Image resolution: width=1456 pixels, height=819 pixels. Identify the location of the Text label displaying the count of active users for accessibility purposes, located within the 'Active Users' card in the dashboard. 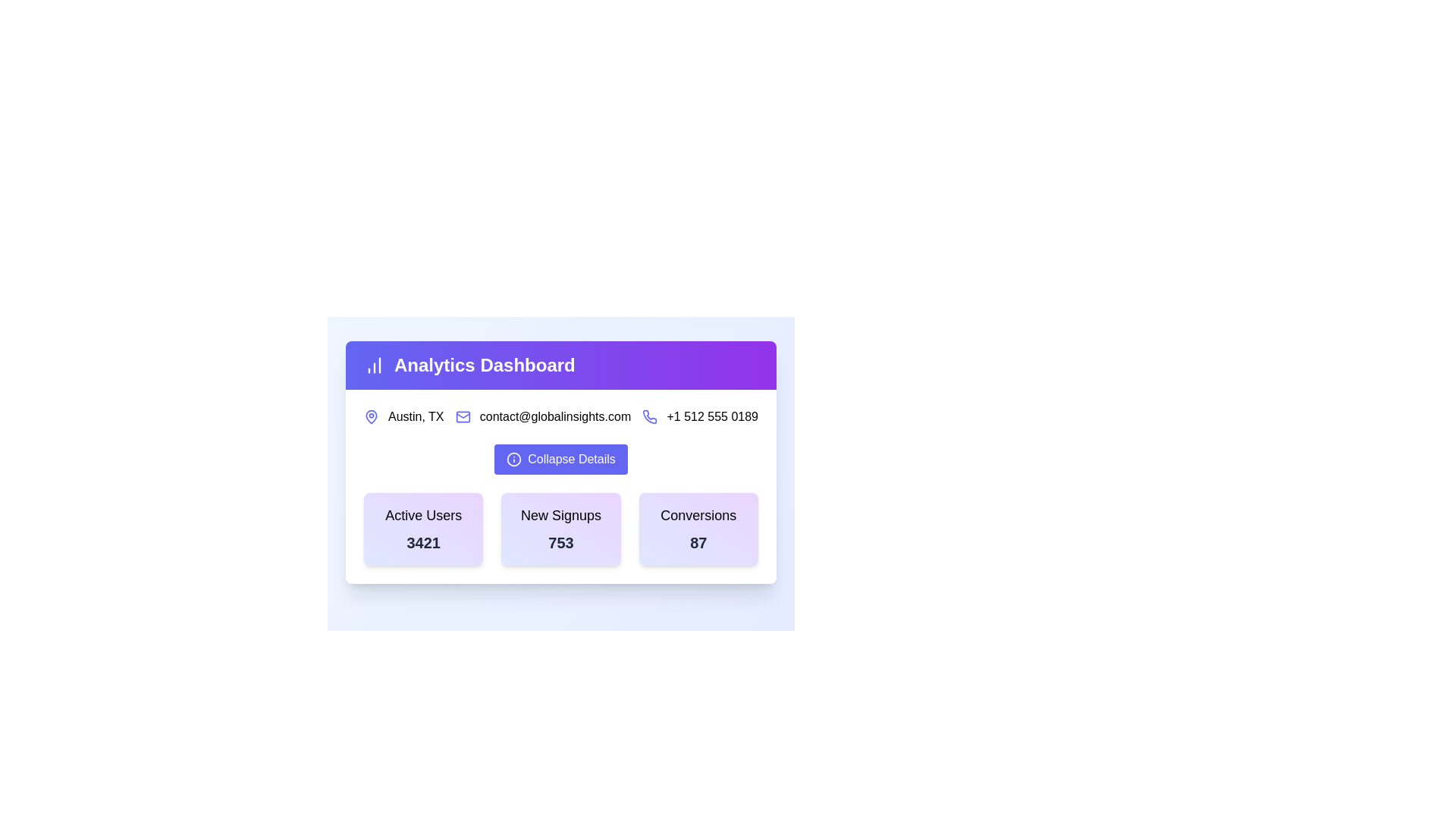
(423, 542).